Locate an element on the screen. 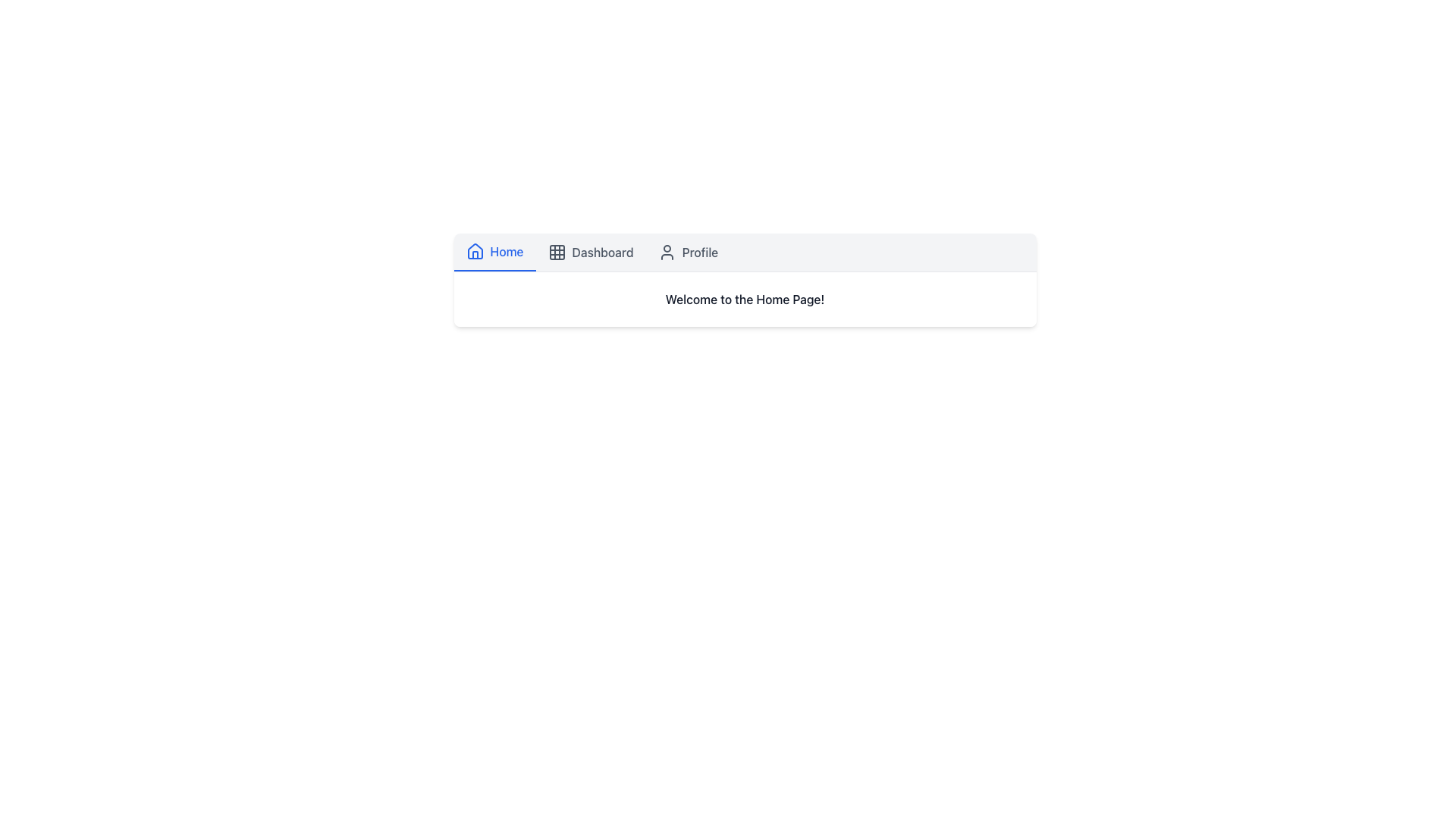 The width and height of the screenshot is (1456, 819). the 'Home' SVG icon in the navigation bar is located at coordinates (474, 250).